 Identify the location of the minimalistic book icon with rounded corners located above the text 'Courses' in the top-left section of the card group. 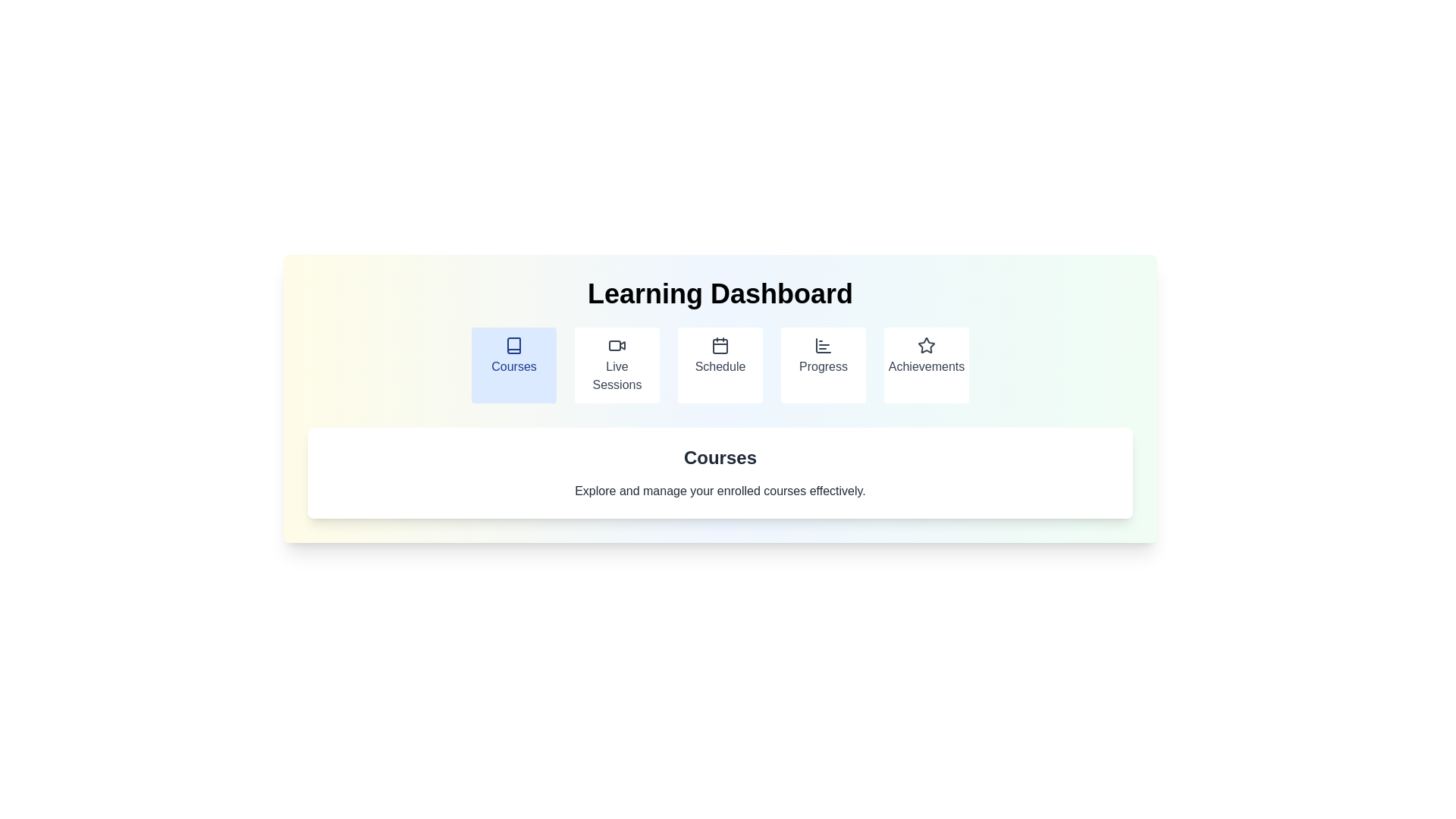
(513, 345).